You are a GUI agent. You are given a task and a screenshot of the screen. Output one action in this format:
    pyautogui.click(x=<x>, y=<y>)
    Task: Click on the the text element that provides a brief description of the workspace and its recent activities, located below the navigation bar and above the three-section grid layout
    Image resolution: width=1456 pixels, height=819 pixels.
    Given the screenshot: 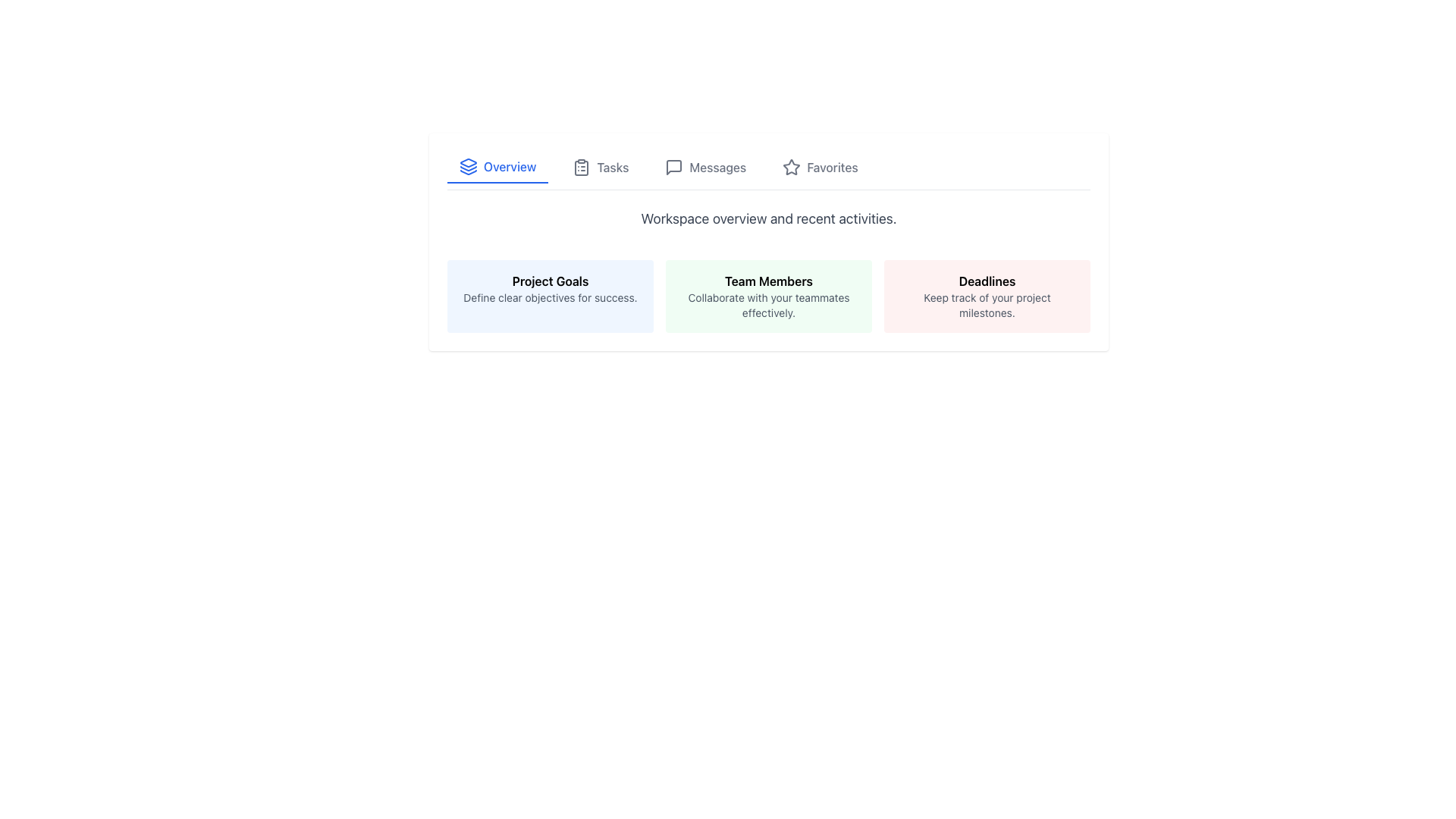 What is the action you would take?
    pyautogui.click(x=768, y=219)
    